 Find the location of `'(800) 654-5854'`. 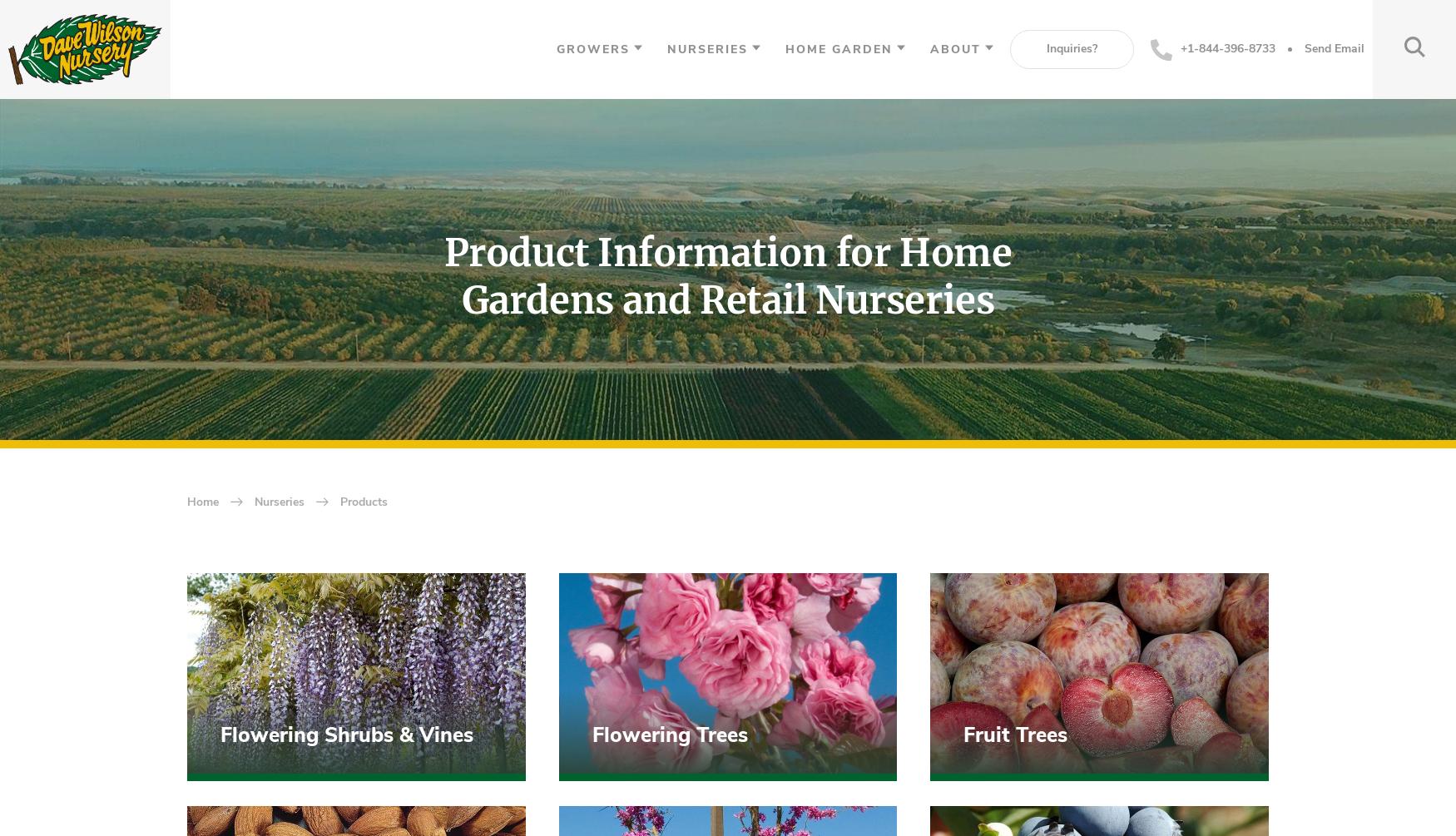

'(800) 654-5854' is located at coordinates (293, 740).